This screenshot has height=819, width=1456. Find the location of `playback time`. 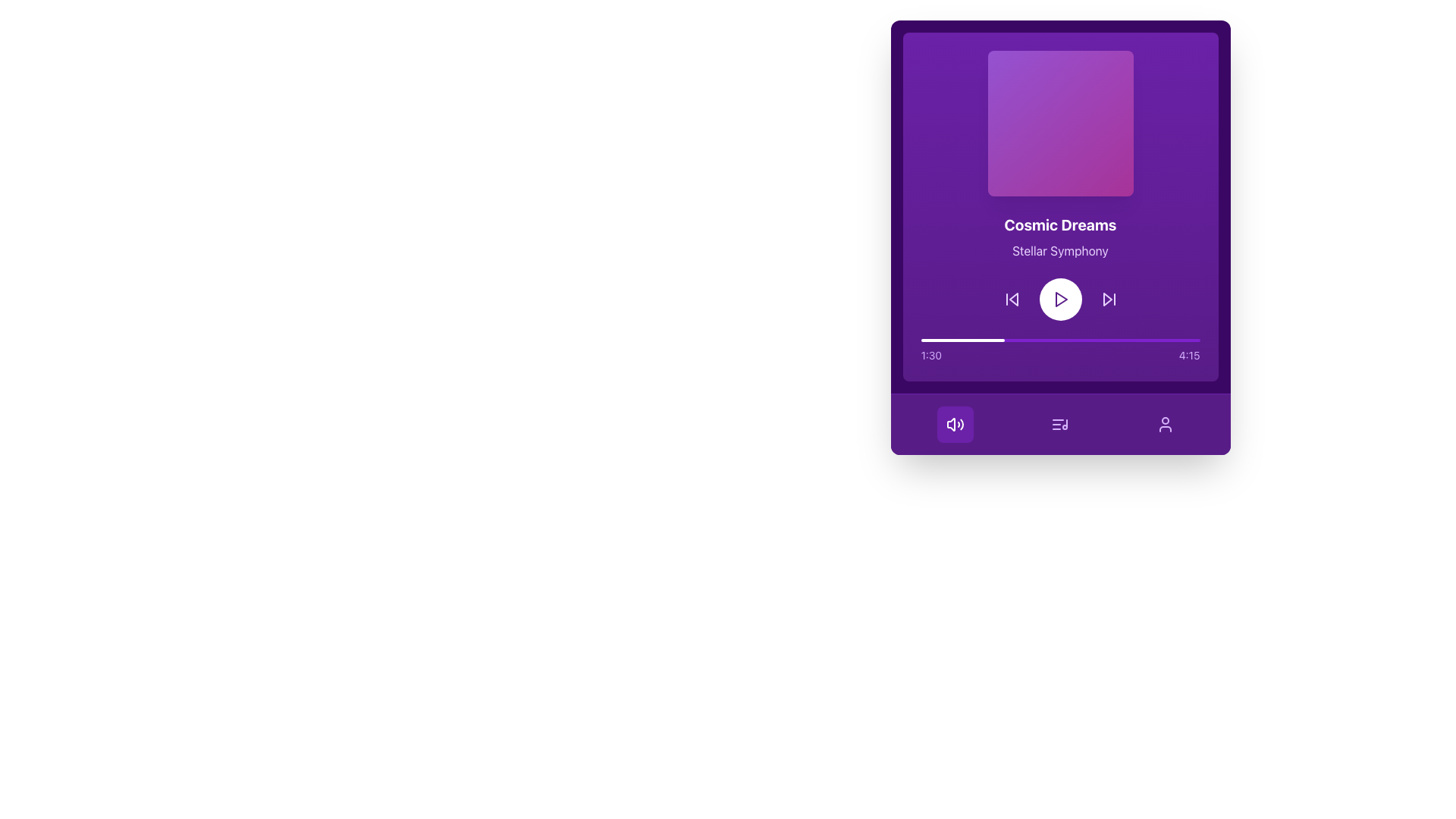

playback time is located at coordinates (965, 339).